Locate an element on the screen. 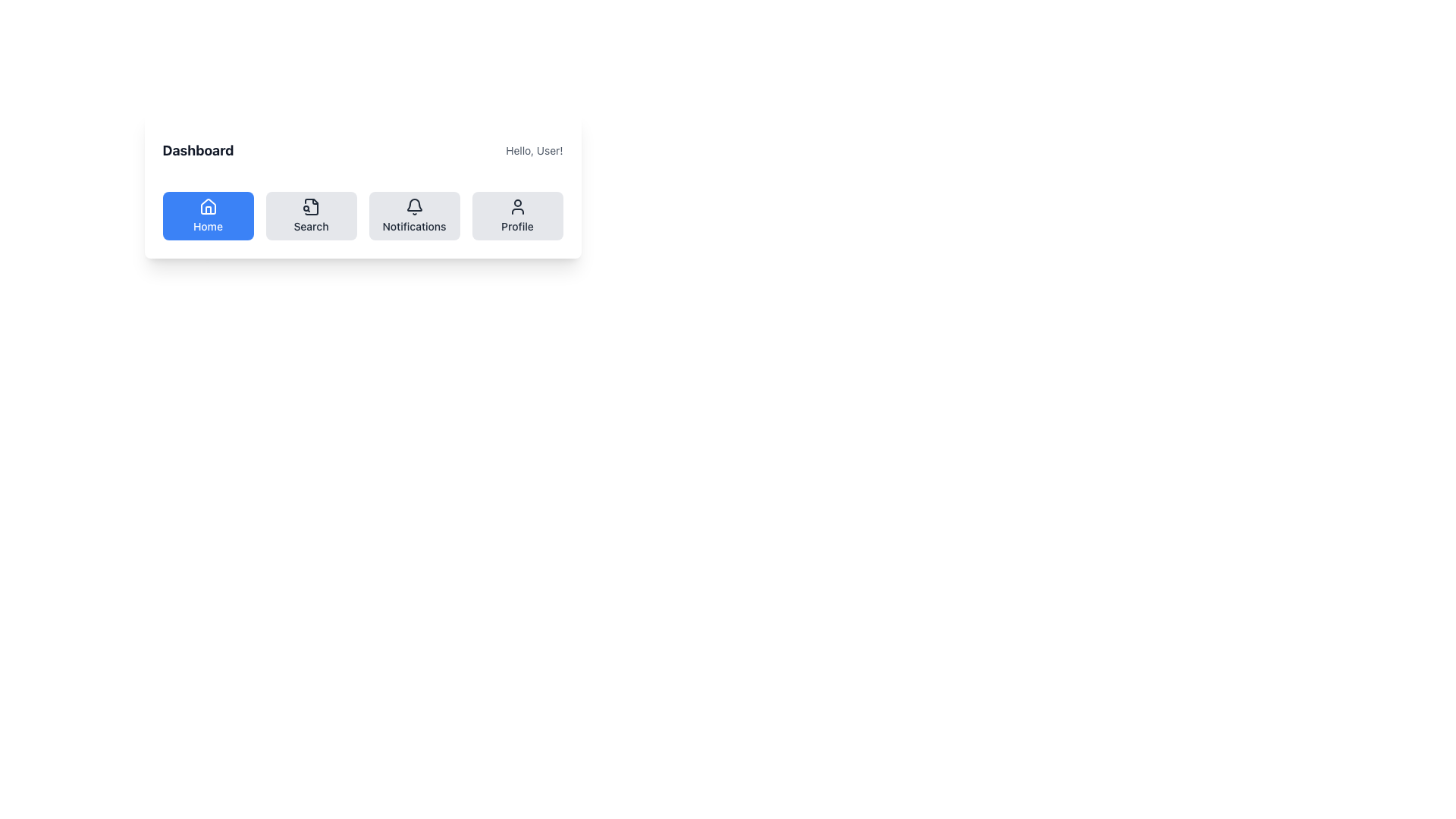 Image resolution: width=1456 pixels, height=819 pixels. the 'Search' text label located beneath the icon in the second button of the horizontal menu bar under the 'Dashboard' header is located at coordinates (310, 227).